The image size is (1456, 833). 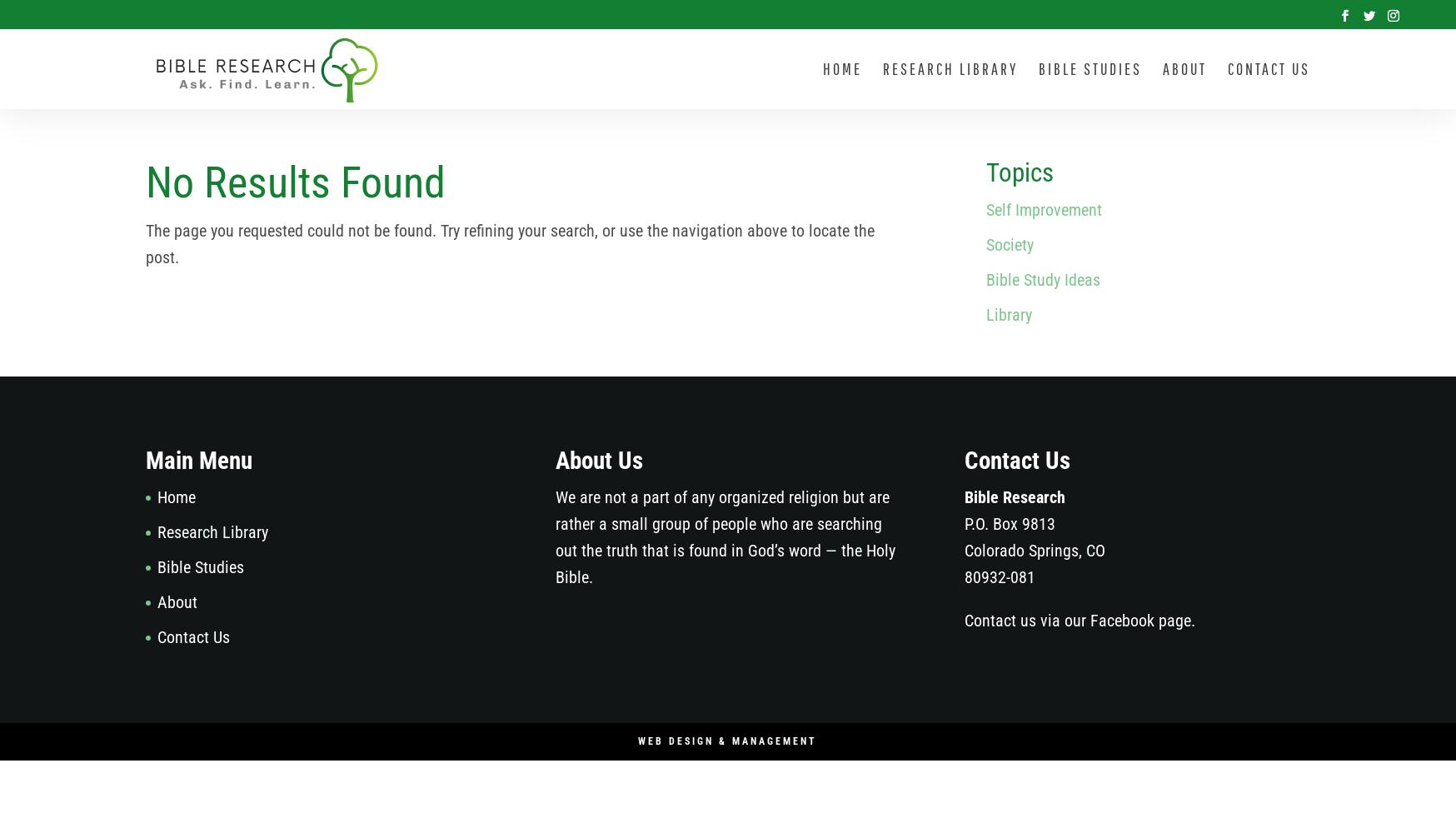 What do you see at coordinates (554, 536) in the screenshot?
I see `'We are not a part of any organized religion but are rather a small group of people who are searching out the truth that is found in God’s word — the Holy Bible.'` at bounding box center [554, 536].